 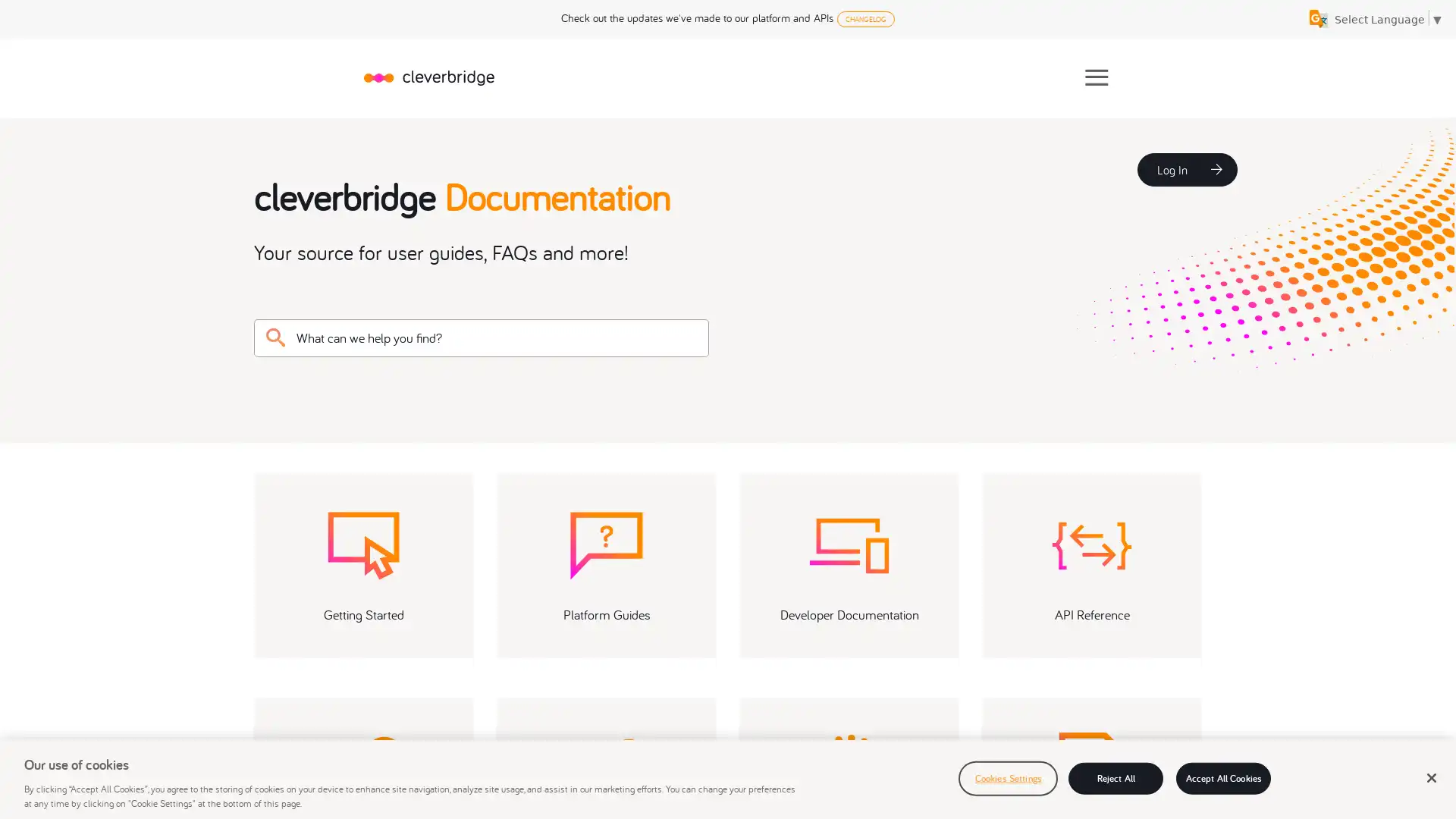 I want to click on Reject All, so click(x=1116, y=778).